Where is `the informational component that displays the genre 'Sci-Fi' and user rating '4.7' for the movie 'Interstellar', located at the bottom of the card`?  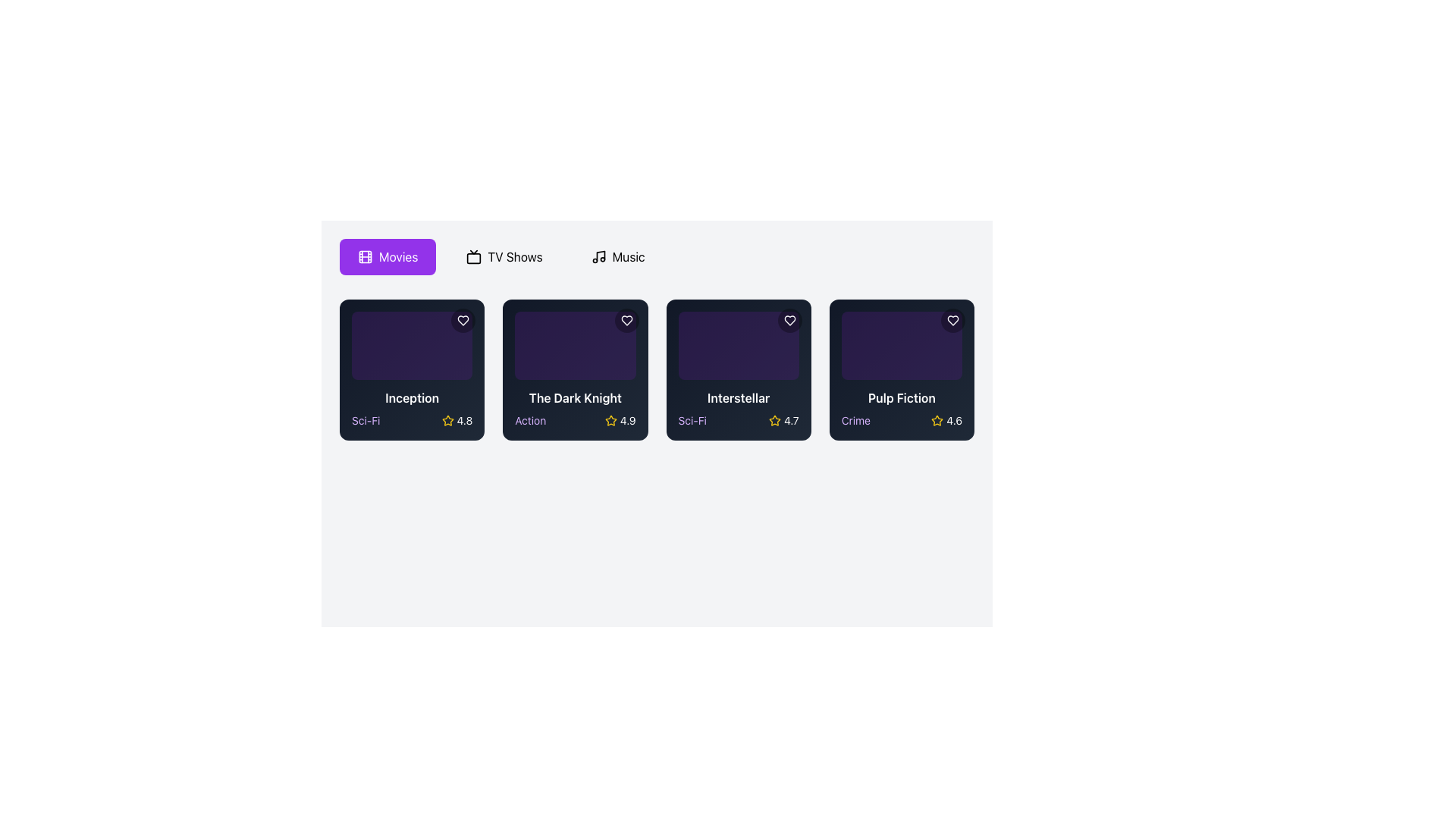
the informational component that displays the genre 'Sci-Fi' and user rating '4.7' for the movie 'Interstellar', located at the bottom of the card is located at coordinates (739, 420).